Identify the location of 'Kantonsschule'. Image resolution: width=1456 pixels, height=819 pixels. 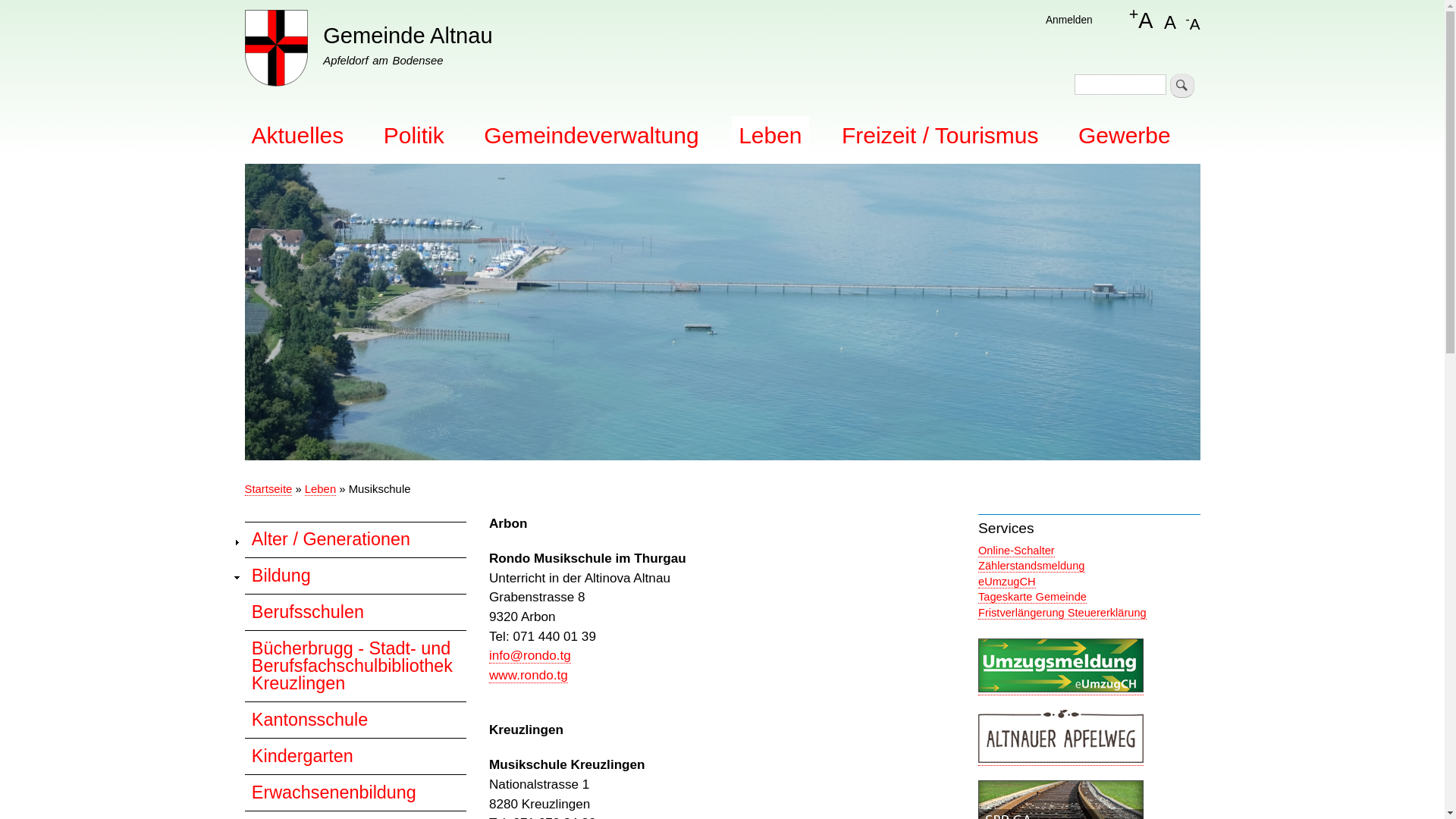
(354, 718).